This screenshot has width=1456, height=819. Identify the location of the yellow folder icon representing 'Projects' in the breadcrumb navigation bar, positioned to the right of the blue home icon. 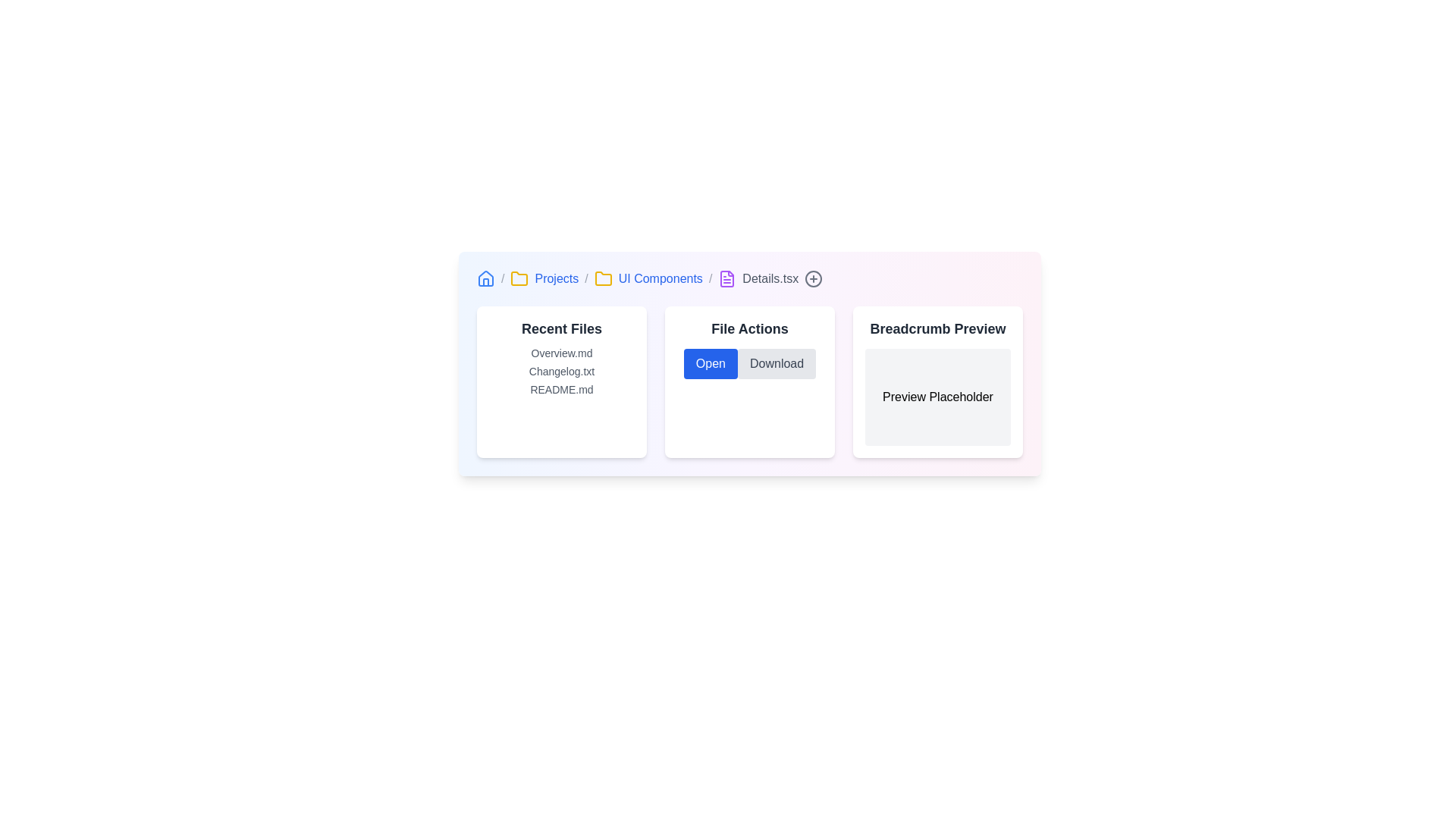
(519, 278).